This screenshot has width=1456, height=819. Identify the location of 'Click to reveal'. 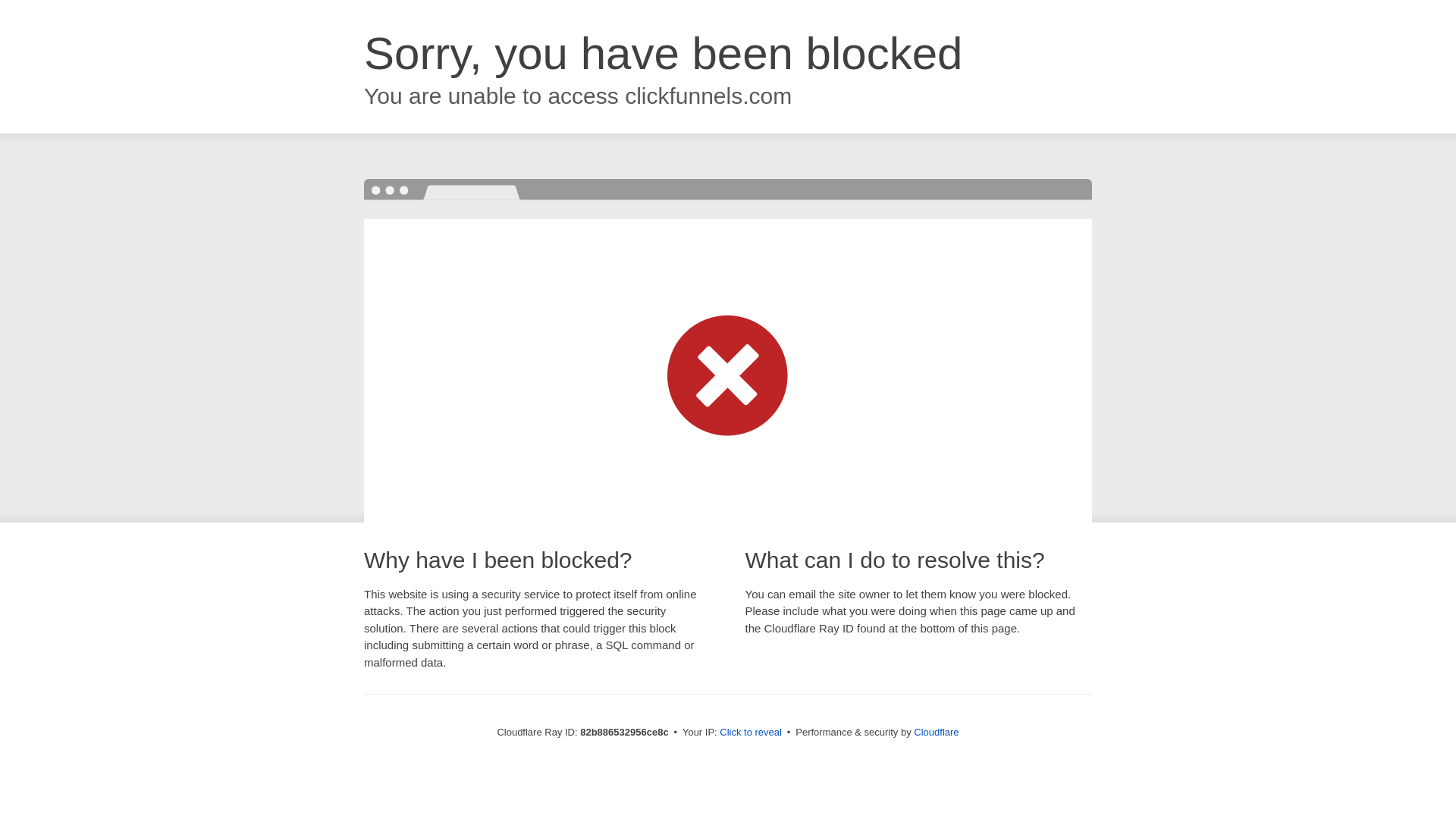
(750, 731).